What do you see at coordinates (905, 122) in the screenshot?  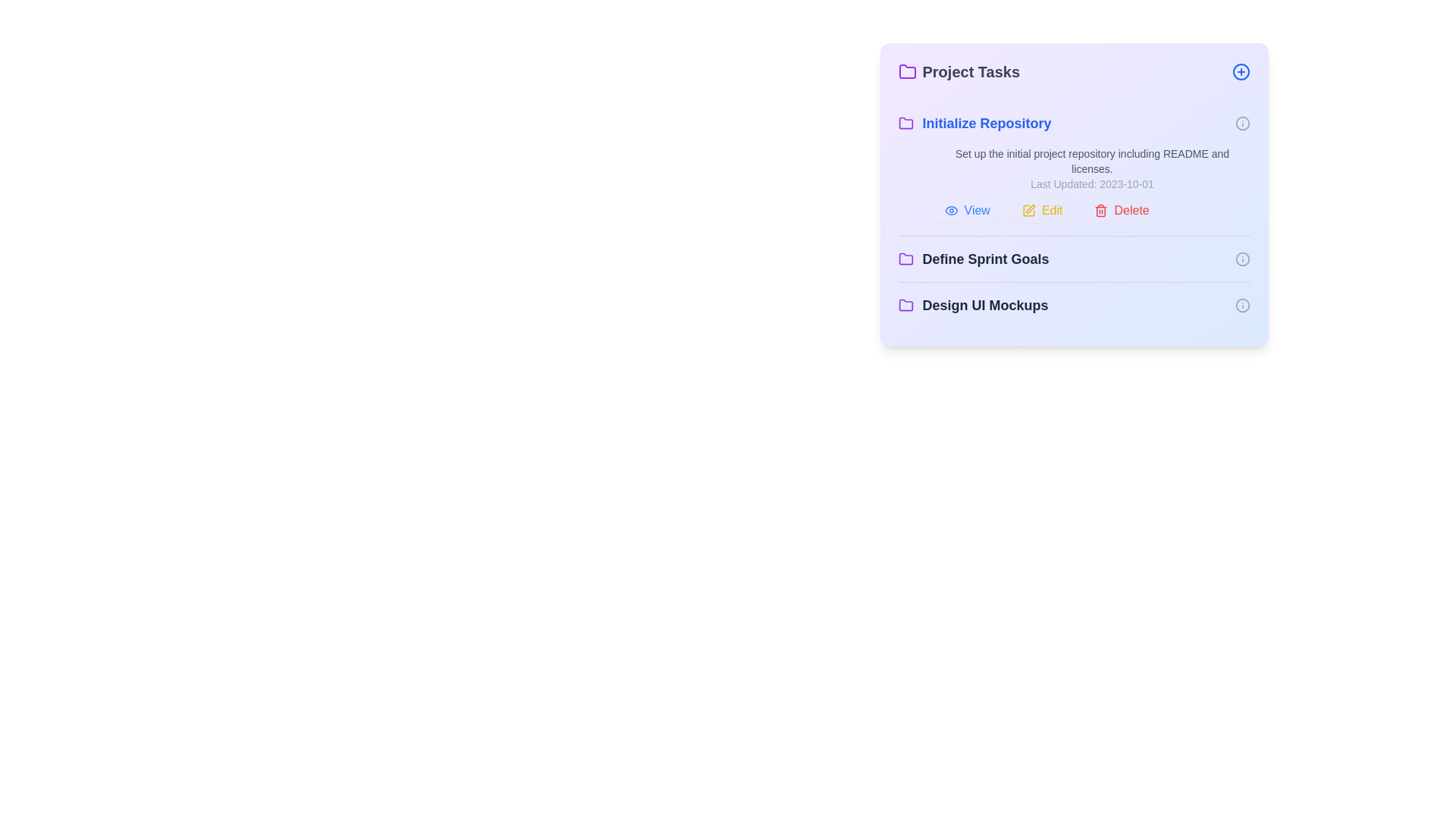 I see `the purple folder icon located to the left of the text 'Initialize Repository', which is the first item under the title 'Project Tasks'` at bounding box center [905, 122].